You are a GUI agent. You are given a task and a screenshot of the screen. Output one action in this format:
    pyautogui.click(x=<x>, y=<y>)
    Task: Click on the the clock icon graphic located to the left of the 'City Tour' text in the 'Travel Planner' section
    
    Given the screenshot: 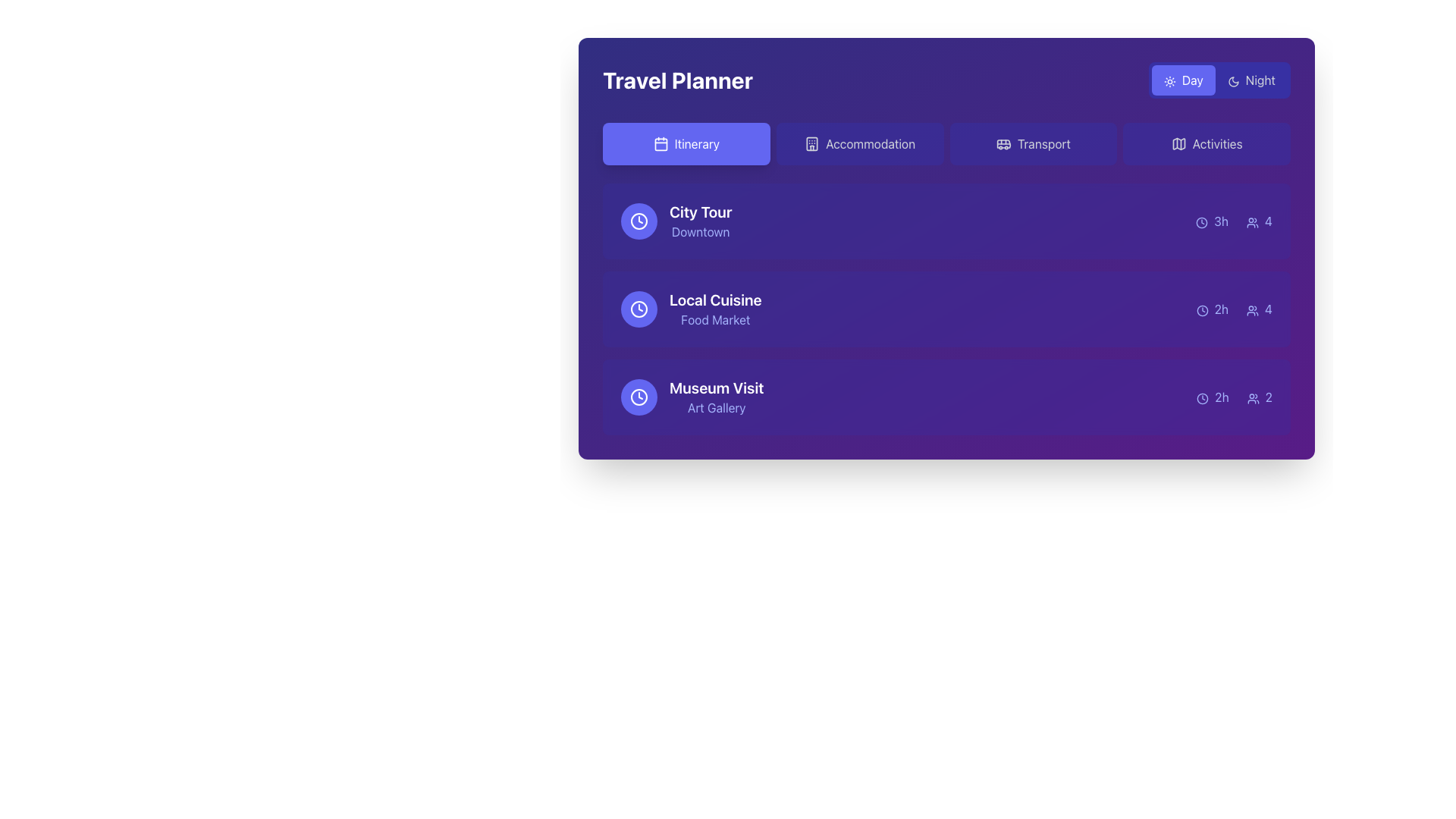 What is the action you would take?
    pyautogui.click(x=639, y=221)
    